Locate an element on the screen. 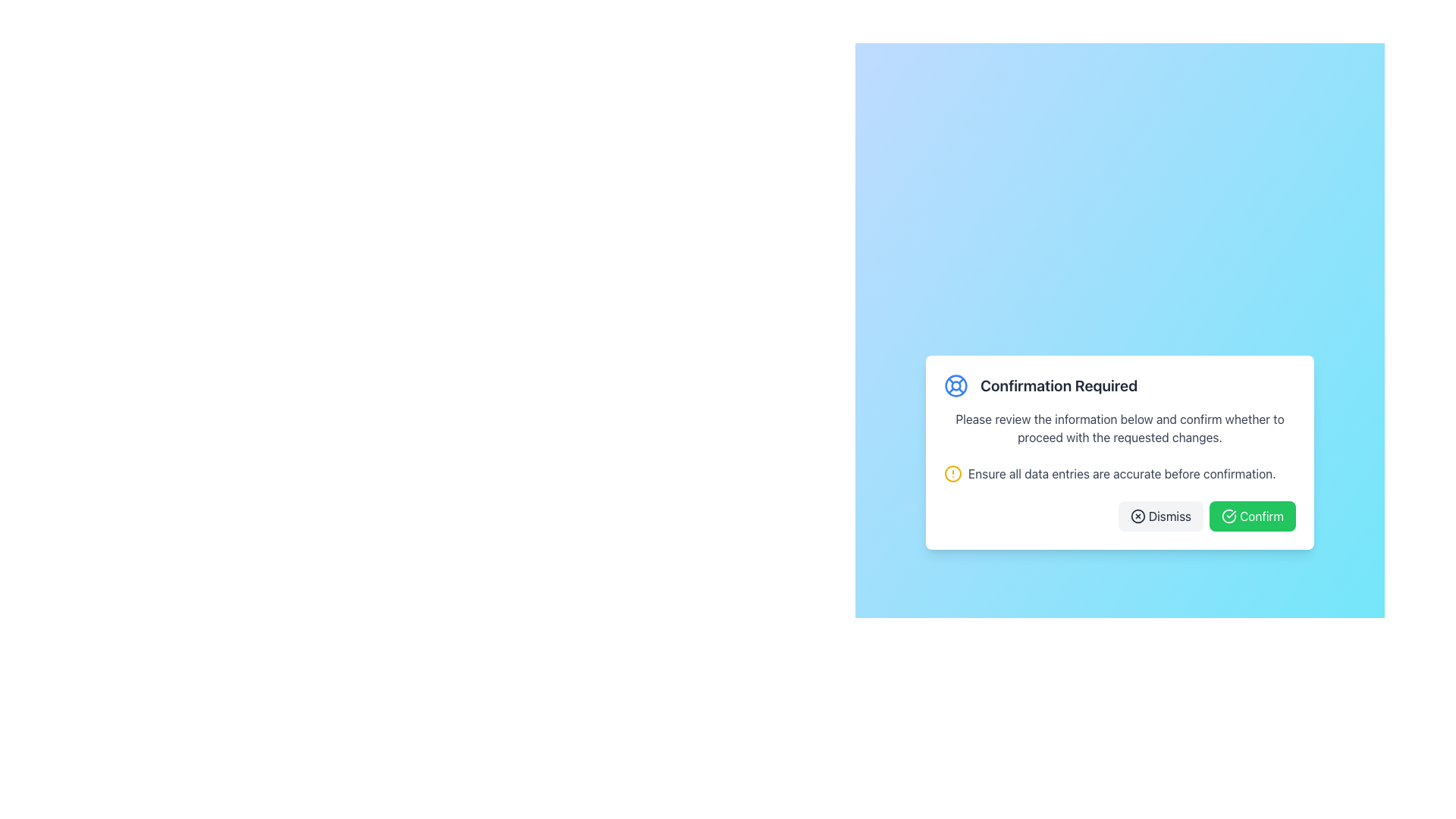  the warning message text that reads 'Ensure all data entries are accurate before confirmation.', which is styled in gray and located beside an attention icon in the popup dialog is located at coordinates (1122, 472).